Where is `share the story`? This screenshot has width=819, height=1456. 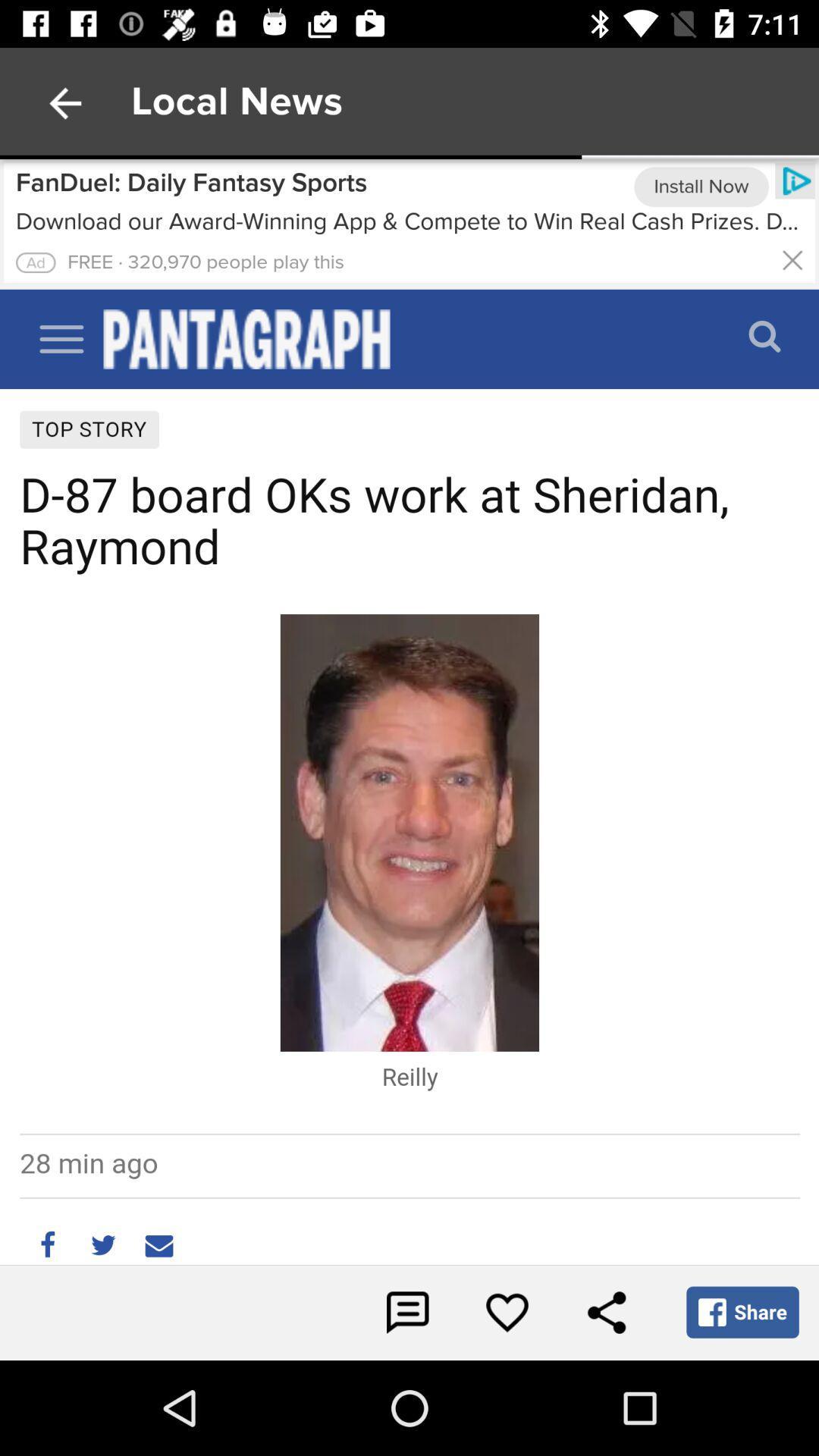
share the story is located at coordinates (605, 1312).